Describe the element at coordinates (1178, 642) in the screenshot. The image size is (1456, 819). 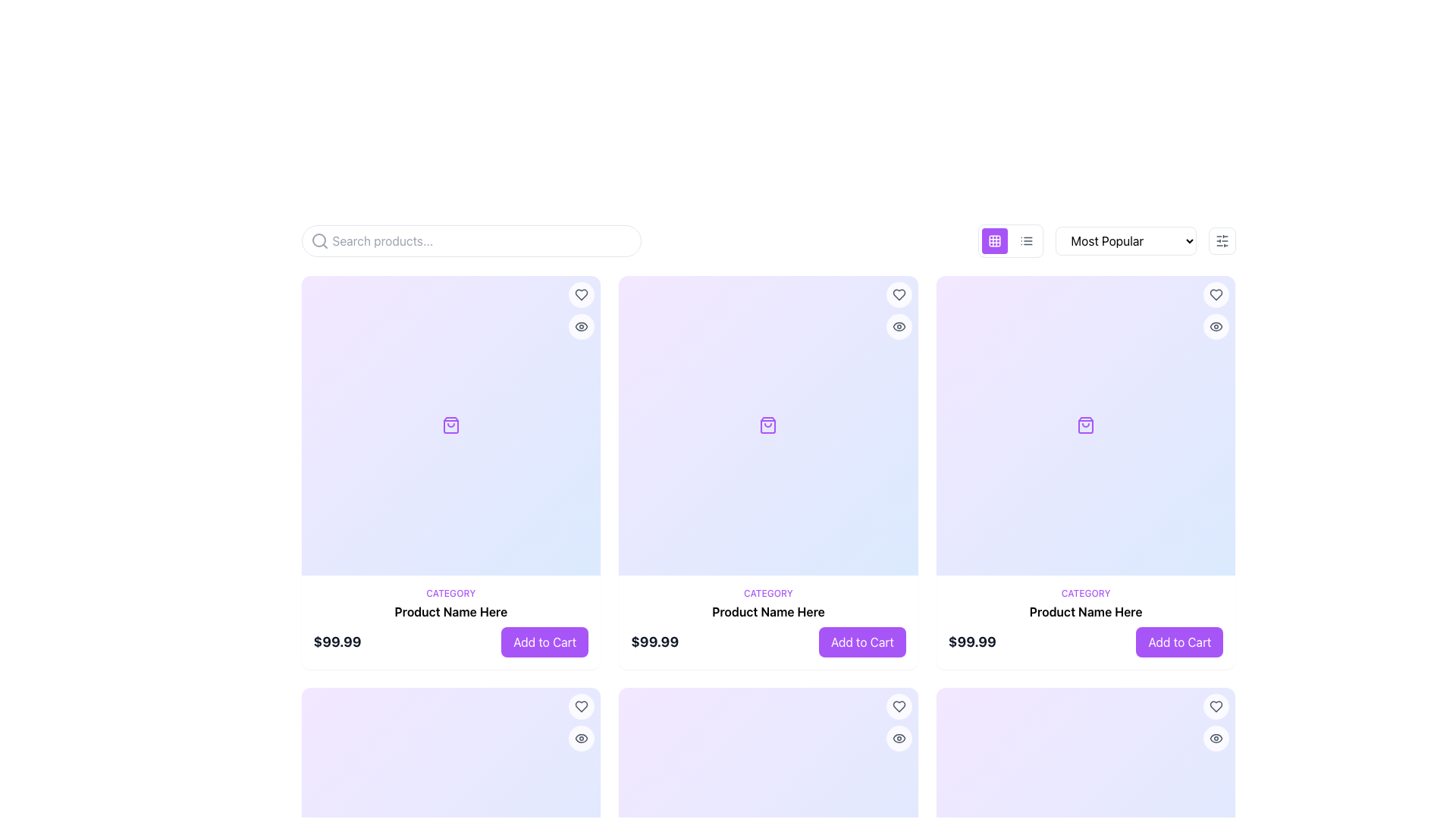
I see `the 'Add to Cart' button, which is a rectangular button with rounded corners, vibrant purple background, and white text` at that location.